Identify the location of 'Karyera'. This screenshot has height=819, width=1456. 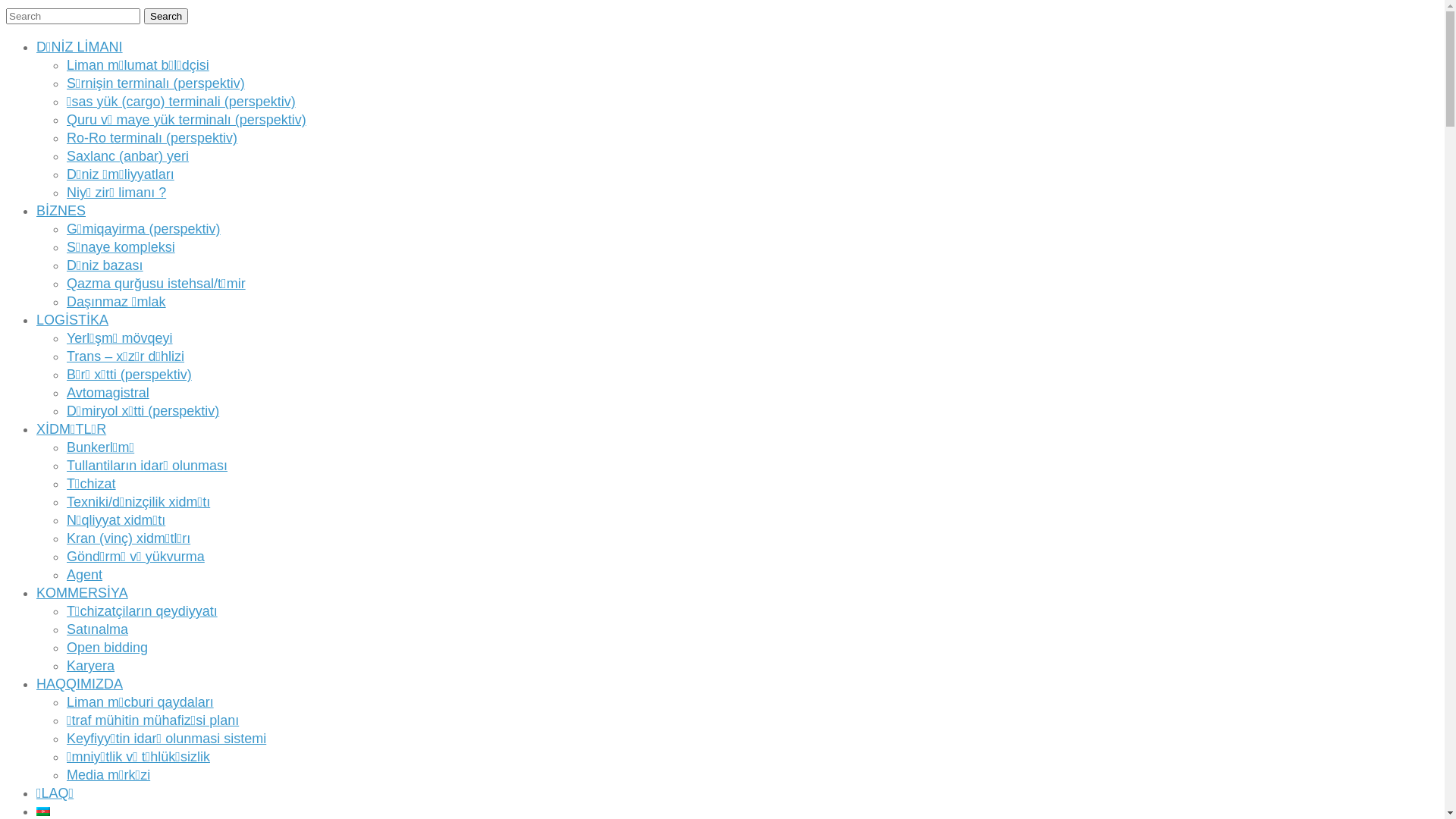
(65, 665).